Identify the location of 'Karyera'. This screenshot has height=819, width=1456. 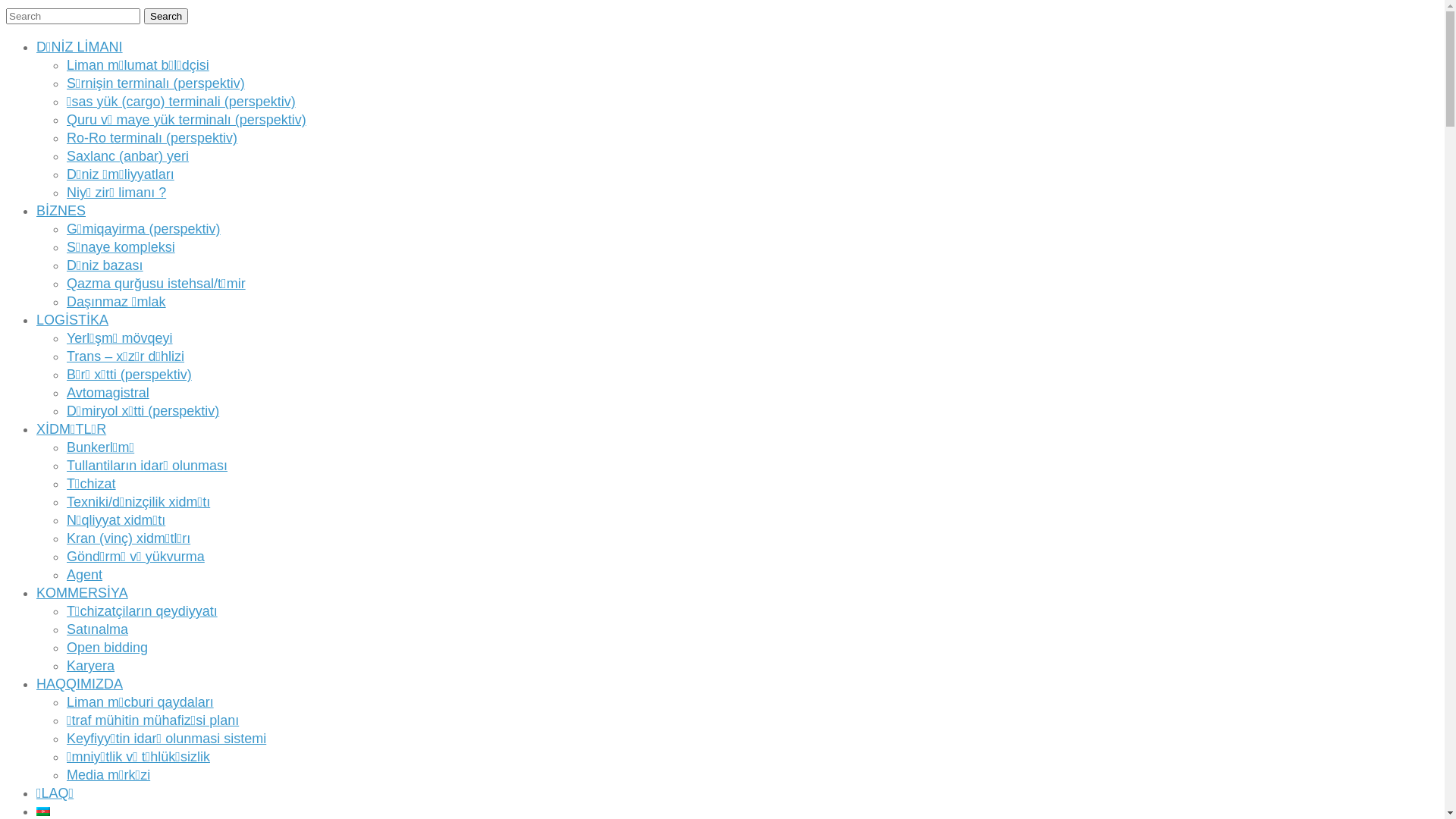
(65, 665).